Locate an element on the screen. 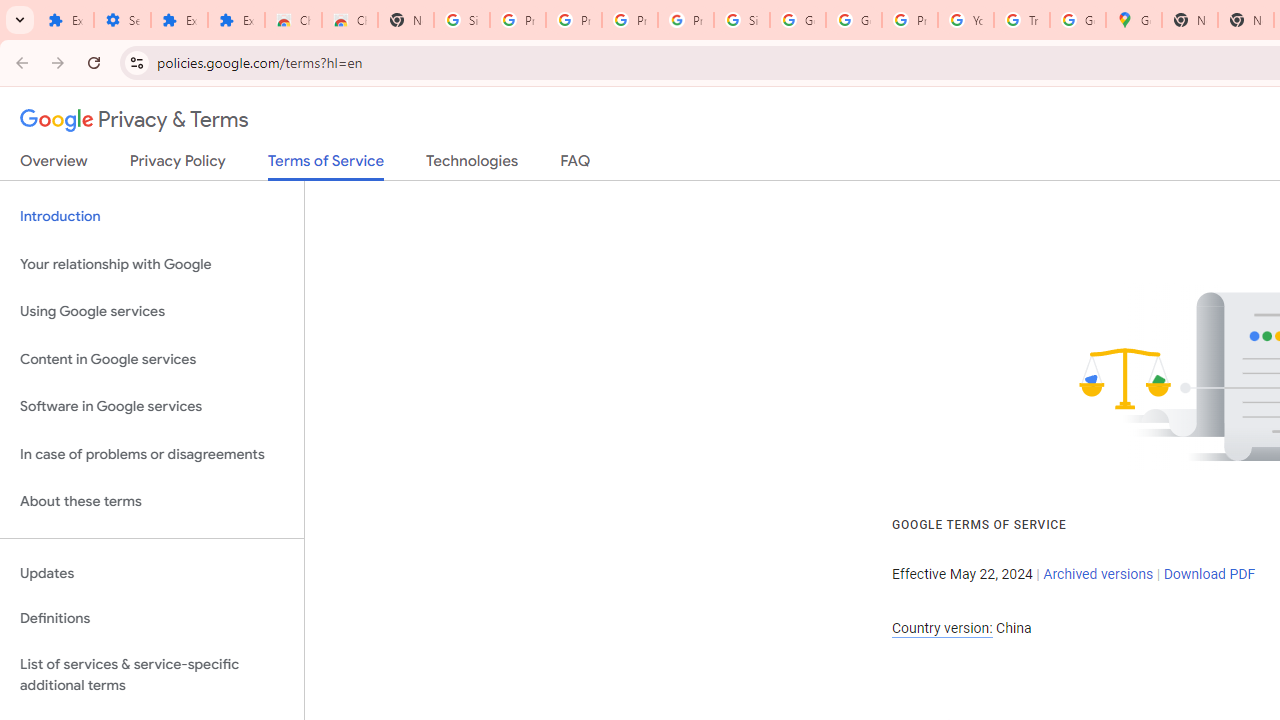 This screenshot has width=1280, height=720. 'Extensions' is located at coordinates (179, 20).